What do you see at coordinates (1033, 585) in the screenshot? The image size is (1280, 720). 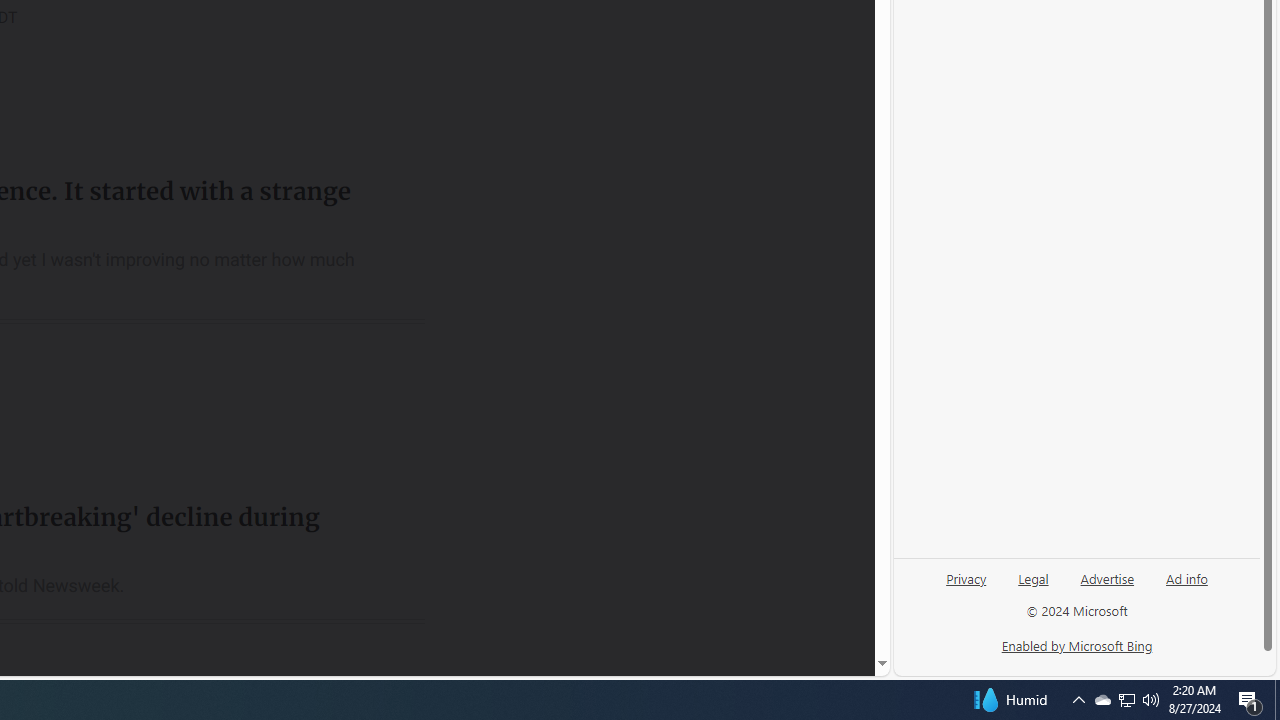 I see `'Legal'` at bounding box center [1033, 585].